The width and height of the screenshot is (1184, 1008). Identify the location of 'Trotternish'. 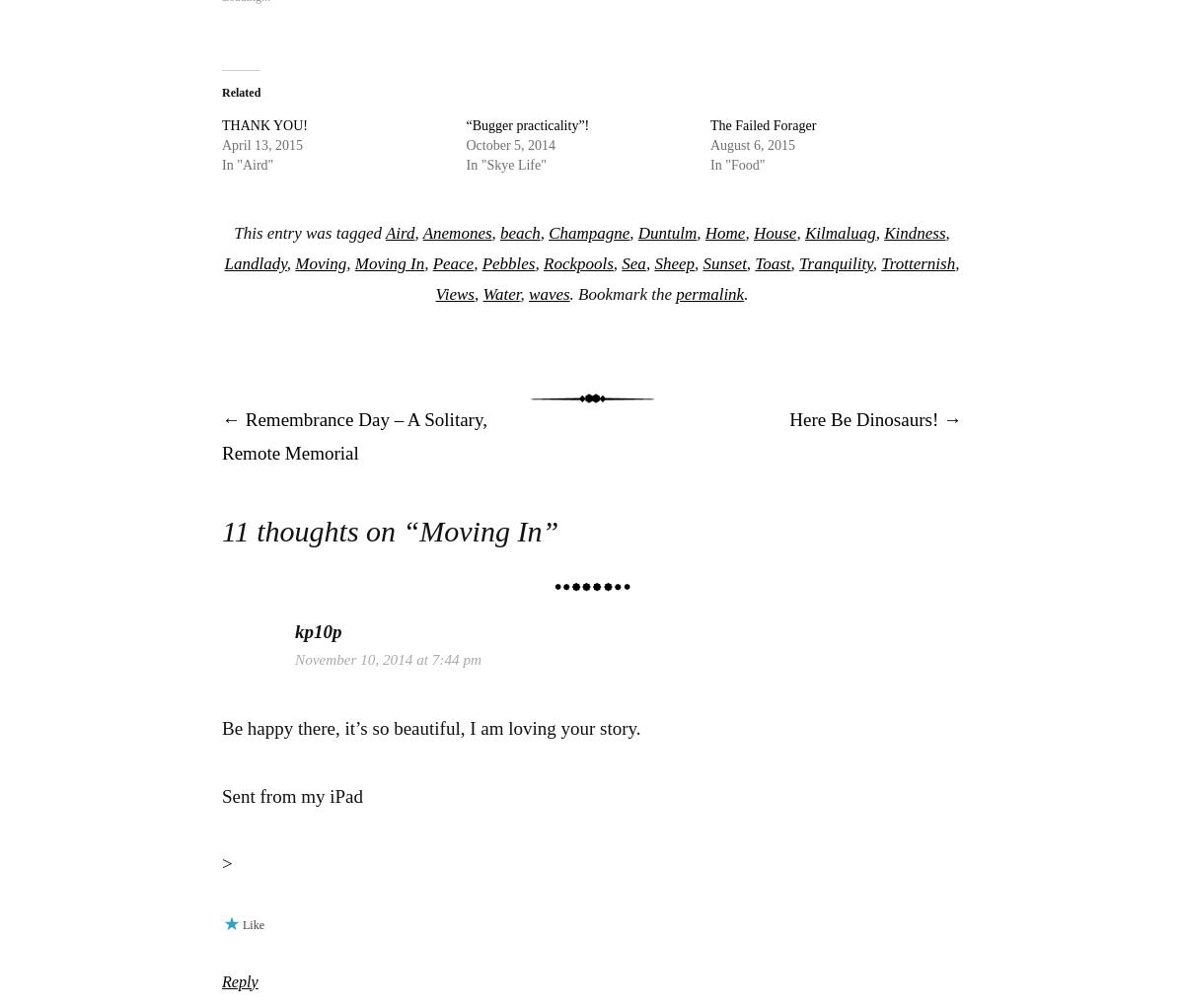
(918, 263).